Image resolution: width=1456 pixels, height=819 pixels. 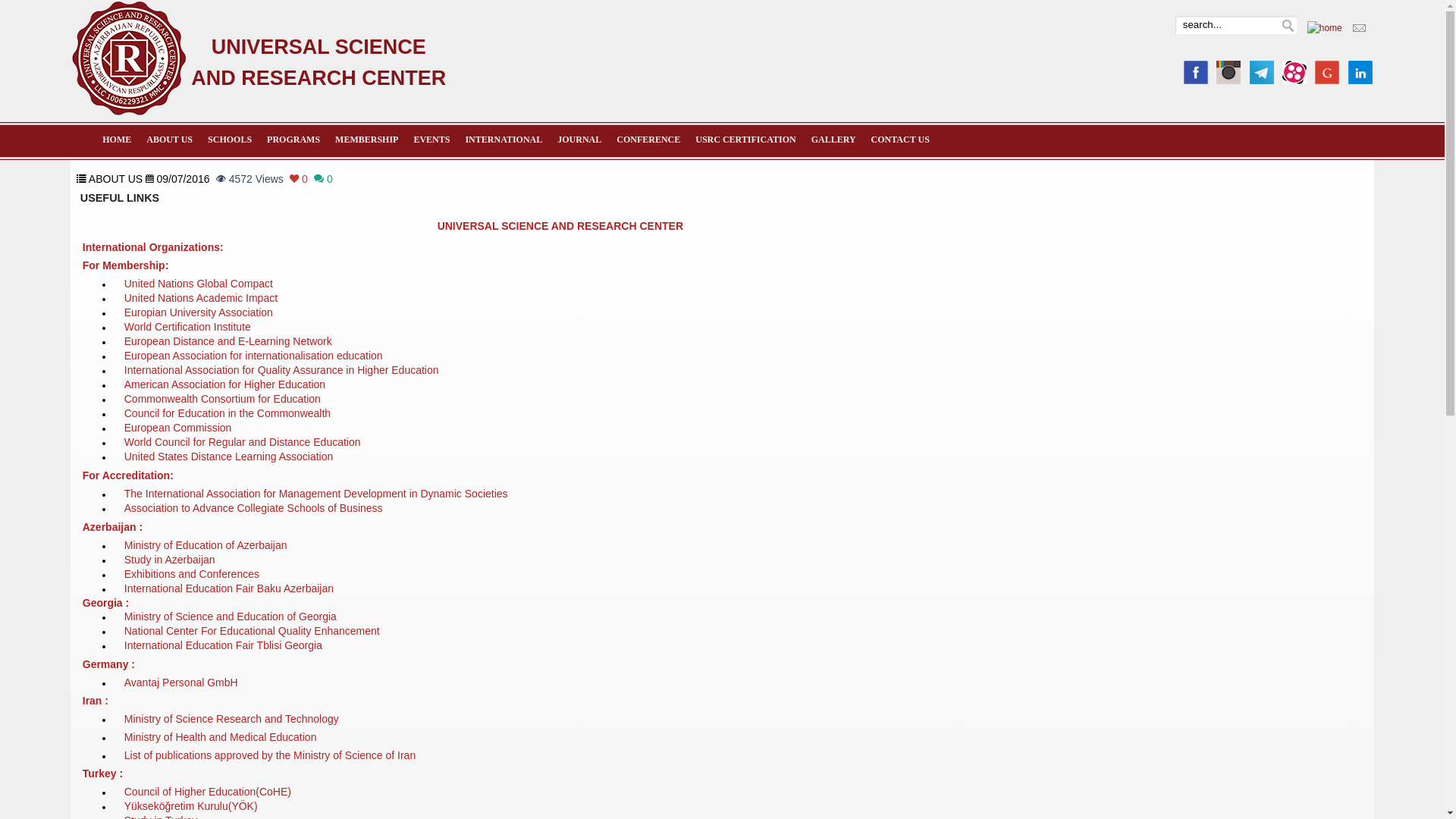 What do you see at coordinates (503, 140) in the screenshot?
I see `'INTERNATIONAL'` at bounding box center [503, 140].